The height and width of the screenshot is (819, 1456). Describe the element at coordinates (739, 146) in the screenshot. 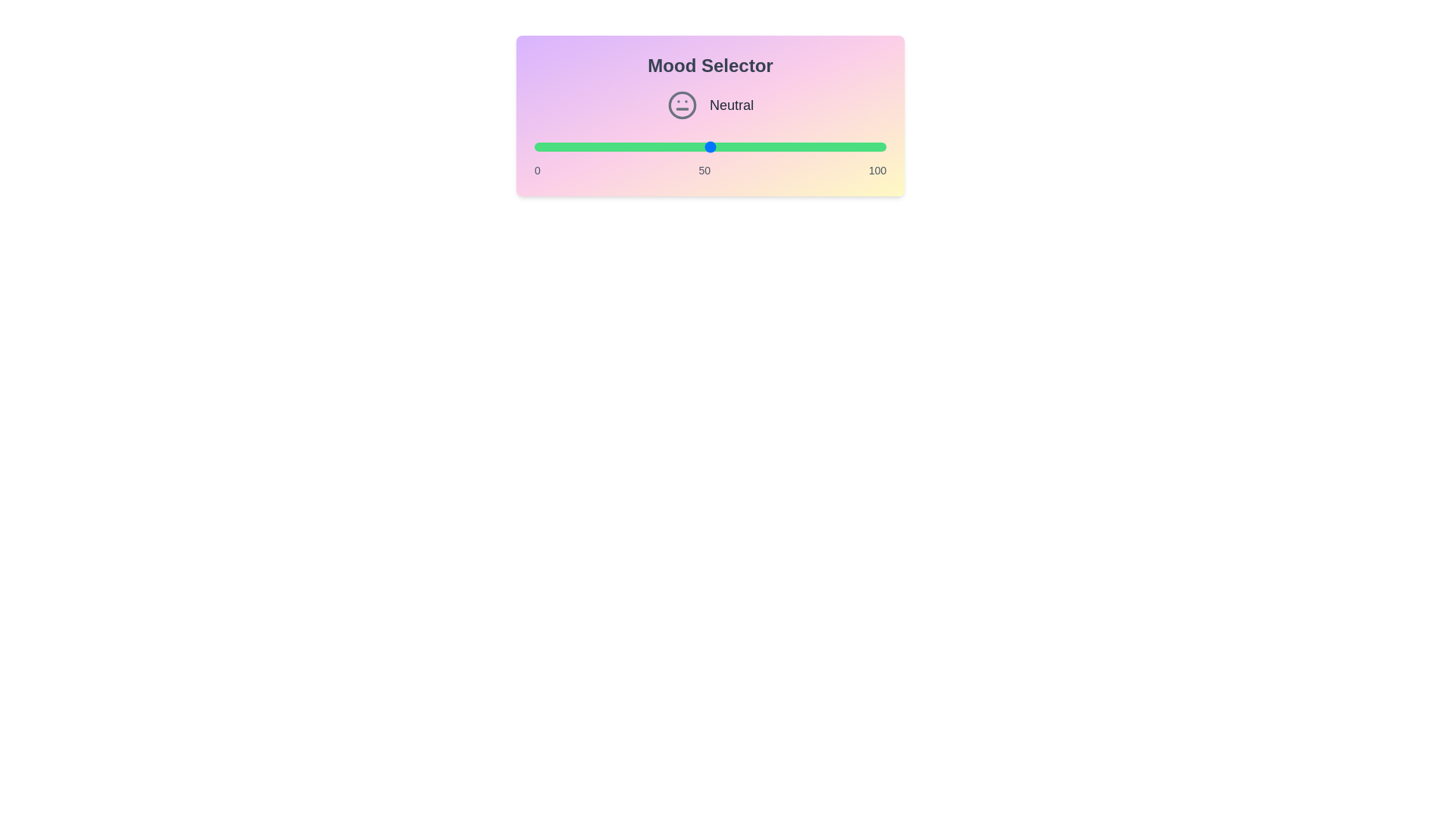

I see `the slider to set the mood value to 58` at that location.